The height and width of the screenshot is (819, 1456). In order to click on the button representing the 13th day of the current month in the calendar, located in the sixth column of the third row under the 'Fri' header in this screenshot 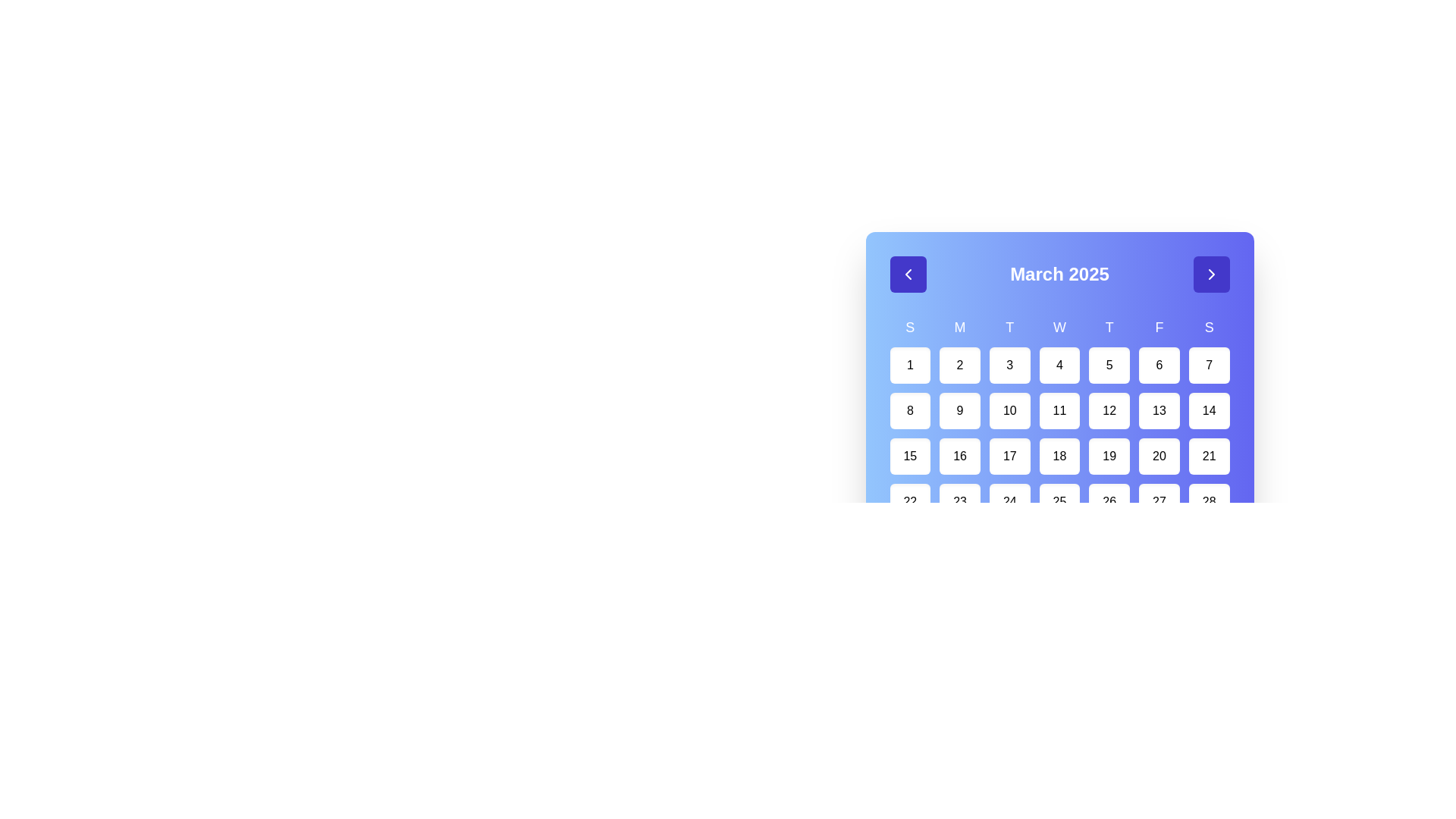, I will do `click(1158, 411)`.